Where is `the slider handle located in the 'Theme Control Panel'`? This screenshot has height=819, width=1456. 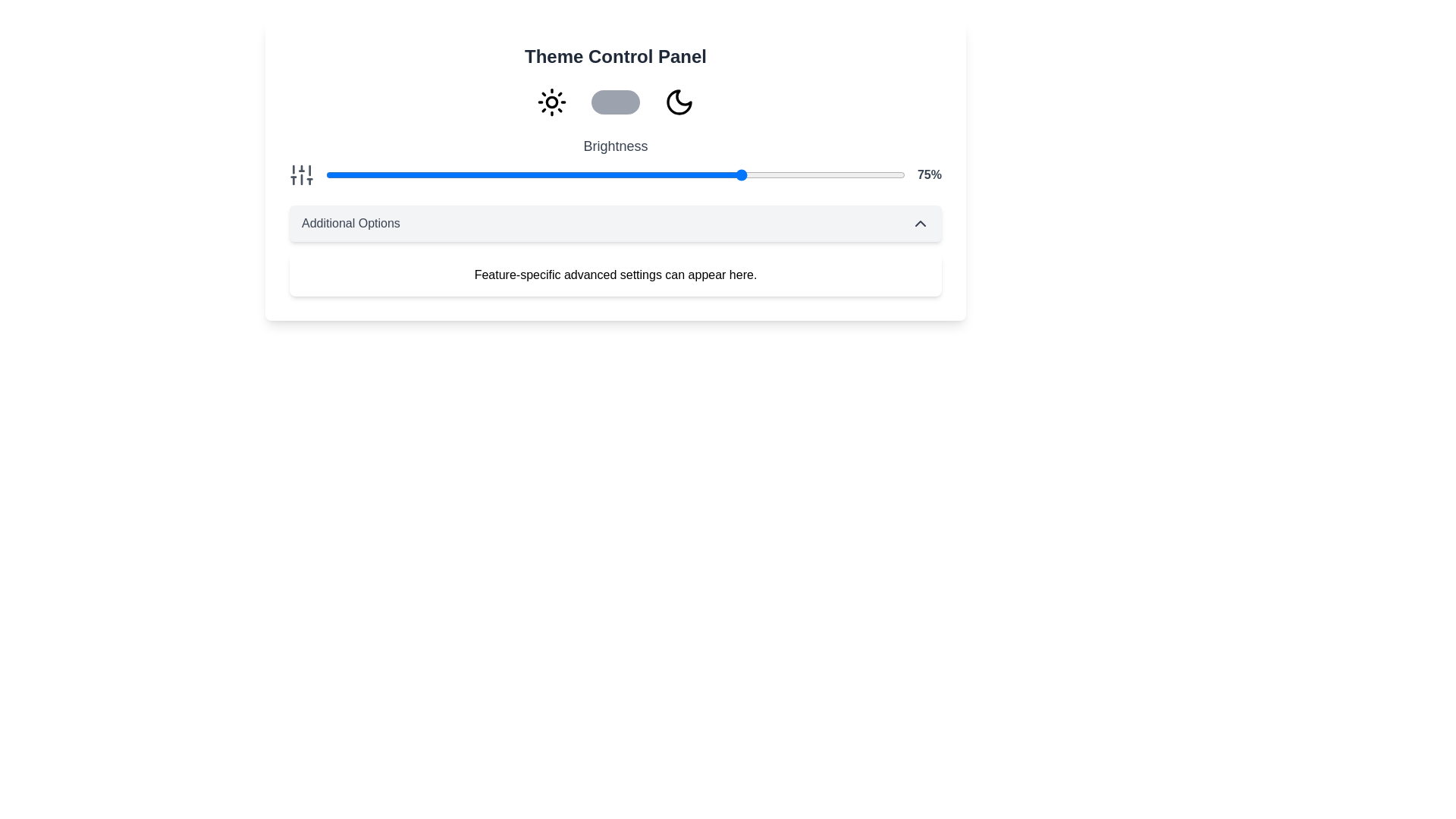 the slider handle located in the 'Theme Control Panel' is located at coordinates (615, 161).